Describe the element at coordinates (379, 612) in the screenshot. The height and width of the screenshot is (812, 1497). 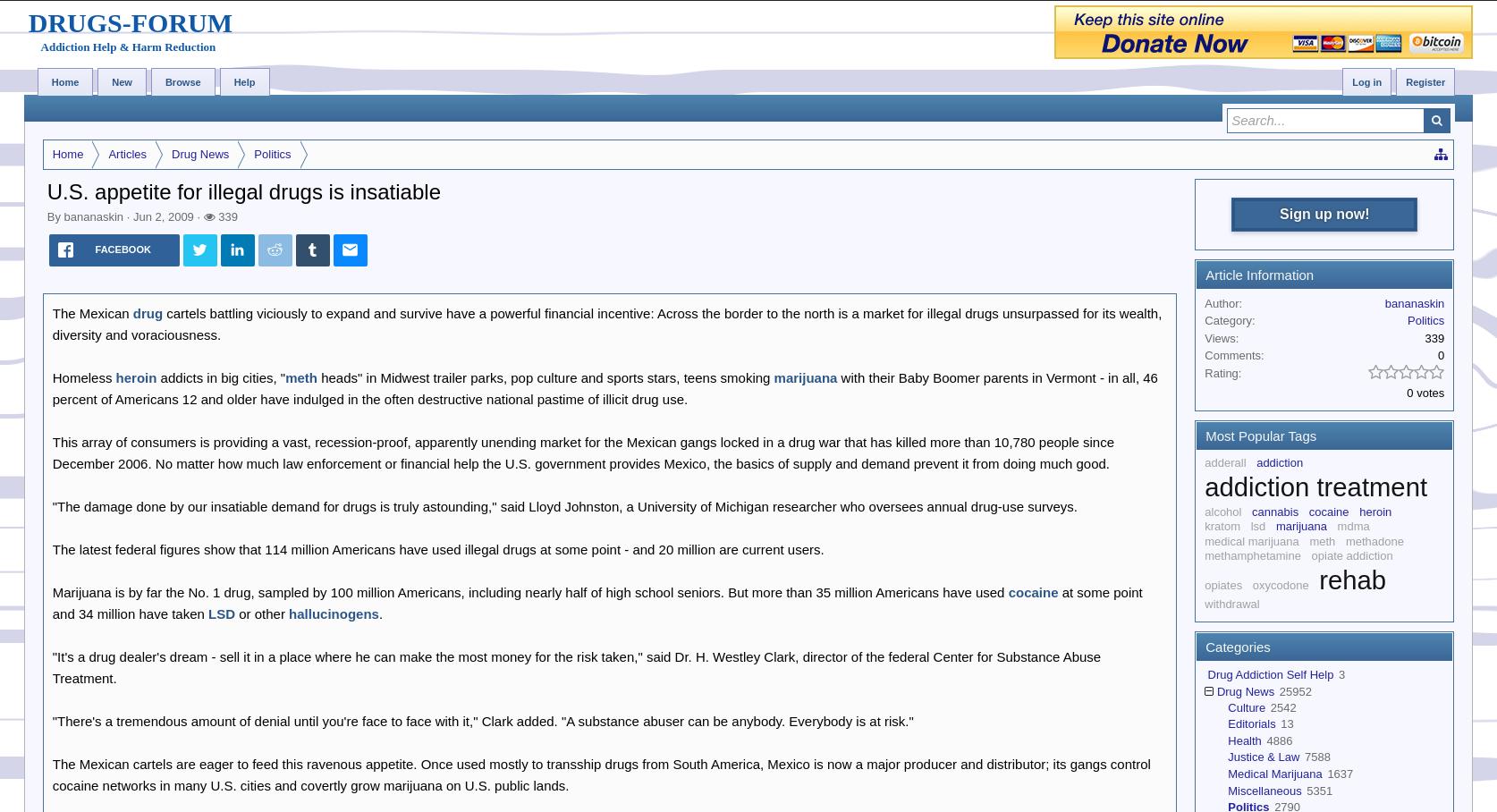
I see `'.'` at that location.